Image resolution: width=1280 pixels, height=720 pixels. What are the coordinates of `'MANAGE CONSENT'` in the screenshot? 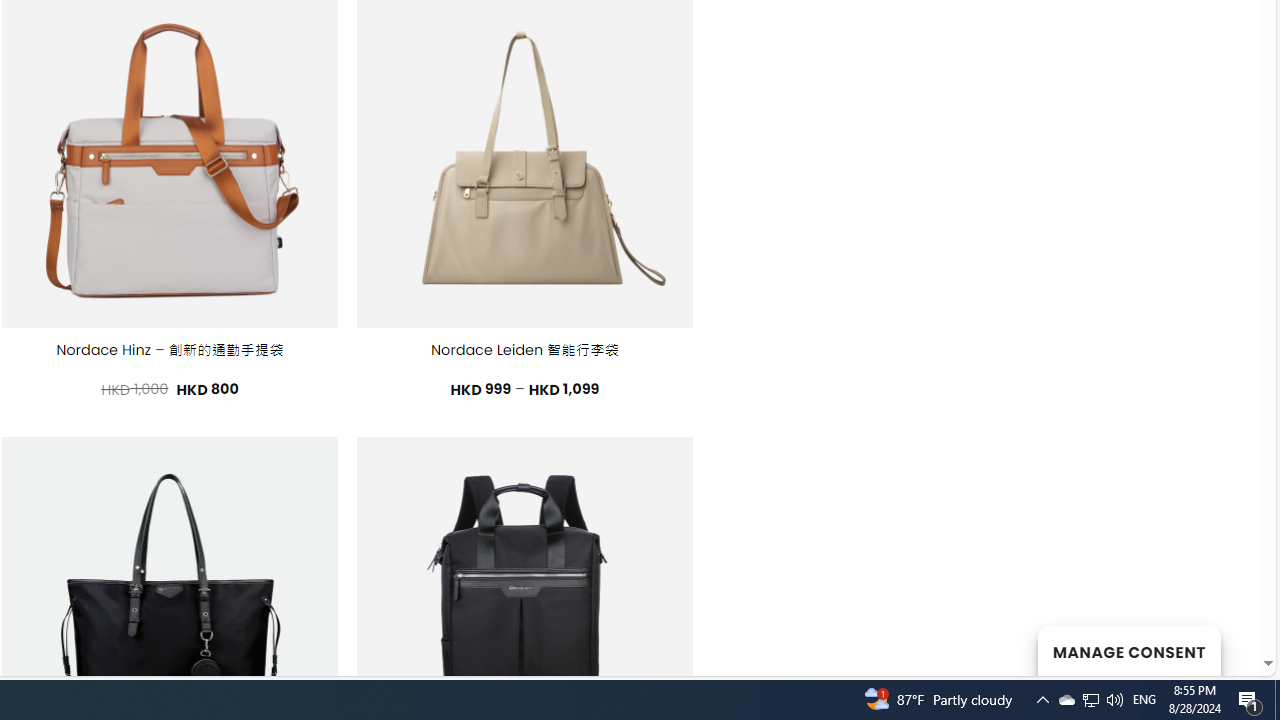 It's located at (1128, 650).